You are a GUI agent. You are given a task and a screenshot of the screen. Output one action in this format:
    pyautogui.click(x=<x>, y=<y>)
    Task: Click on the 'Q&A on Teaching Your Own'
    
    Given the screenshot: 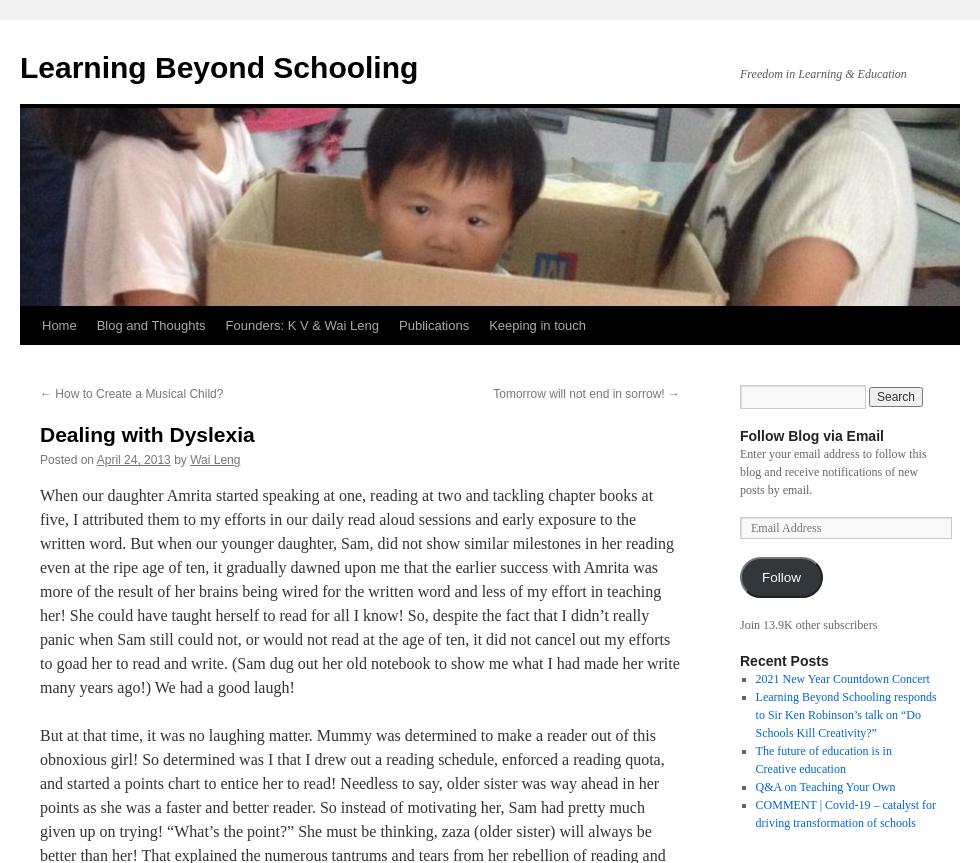 What is the action you would take?
    pyautogui.click(x=754, y=785)
    